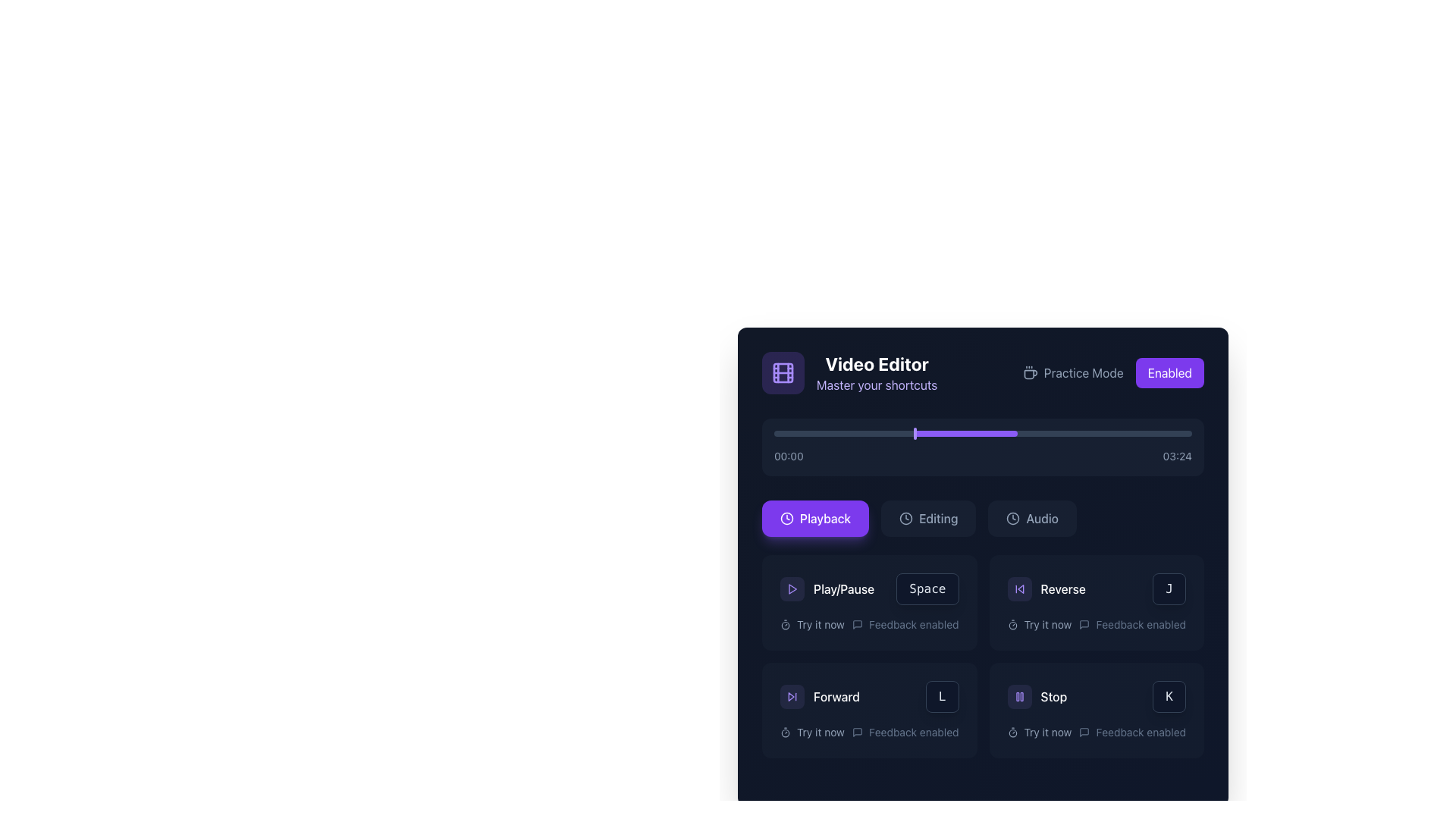 The width and height of the screenshot is (1456, 819). Describe the element at coordinates (927, 588) in the screenshot. I see `the static text label displaying 'Space' styled in white on a dark blue background, located to the right of the 'Play/Pause' label in the playback controls section` at that location.